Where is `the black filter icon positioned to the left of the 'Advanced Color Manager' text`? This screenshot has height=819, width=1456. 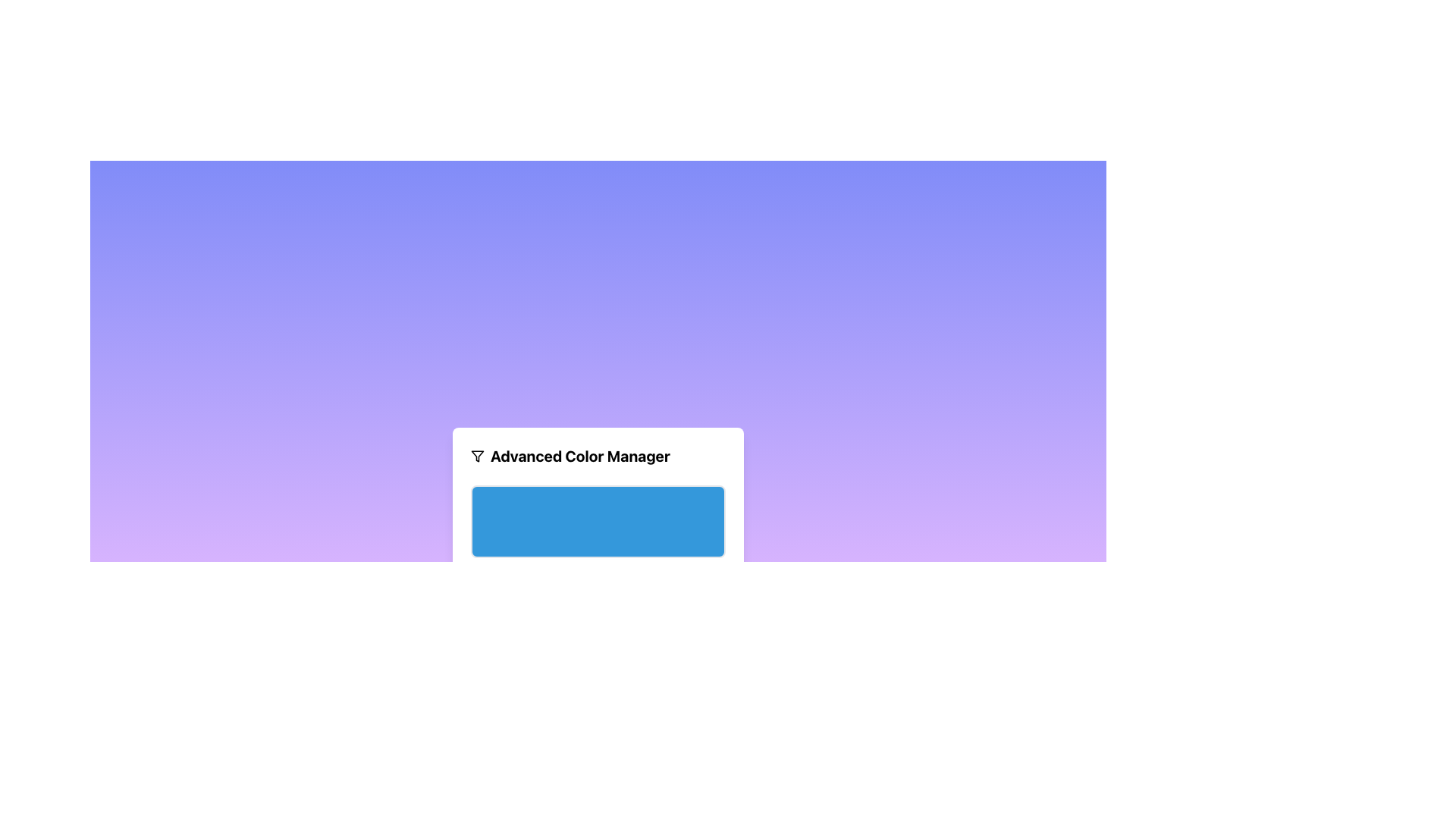 the black filter icon positioned to the left of the 'Advanced Color Manager' text is located at coordinates (476, 455).